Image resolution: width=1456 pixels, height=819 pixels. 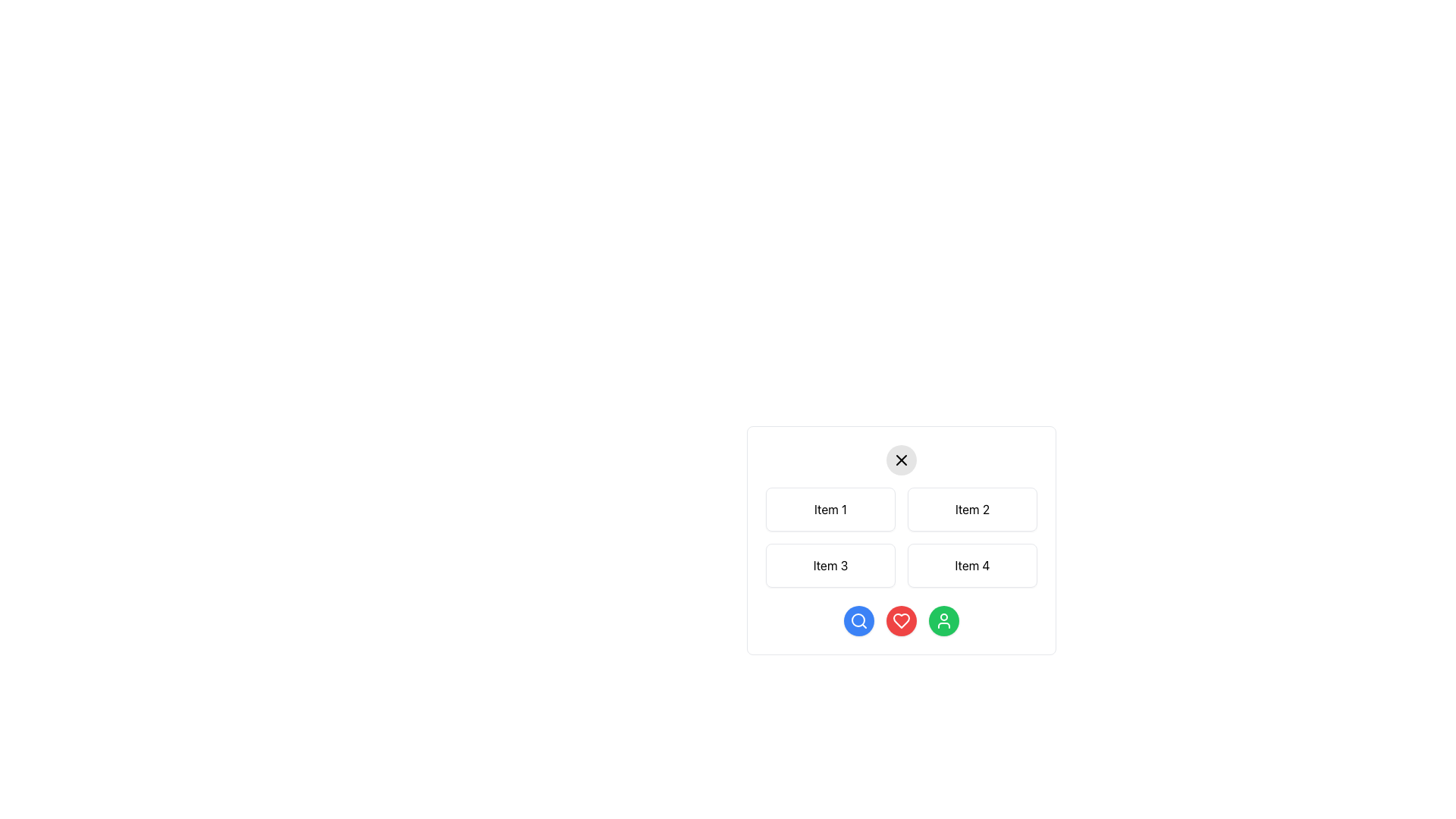 I want to click on the button associated with 'Item 3' in the grid layout, so click(x=830, y=565).